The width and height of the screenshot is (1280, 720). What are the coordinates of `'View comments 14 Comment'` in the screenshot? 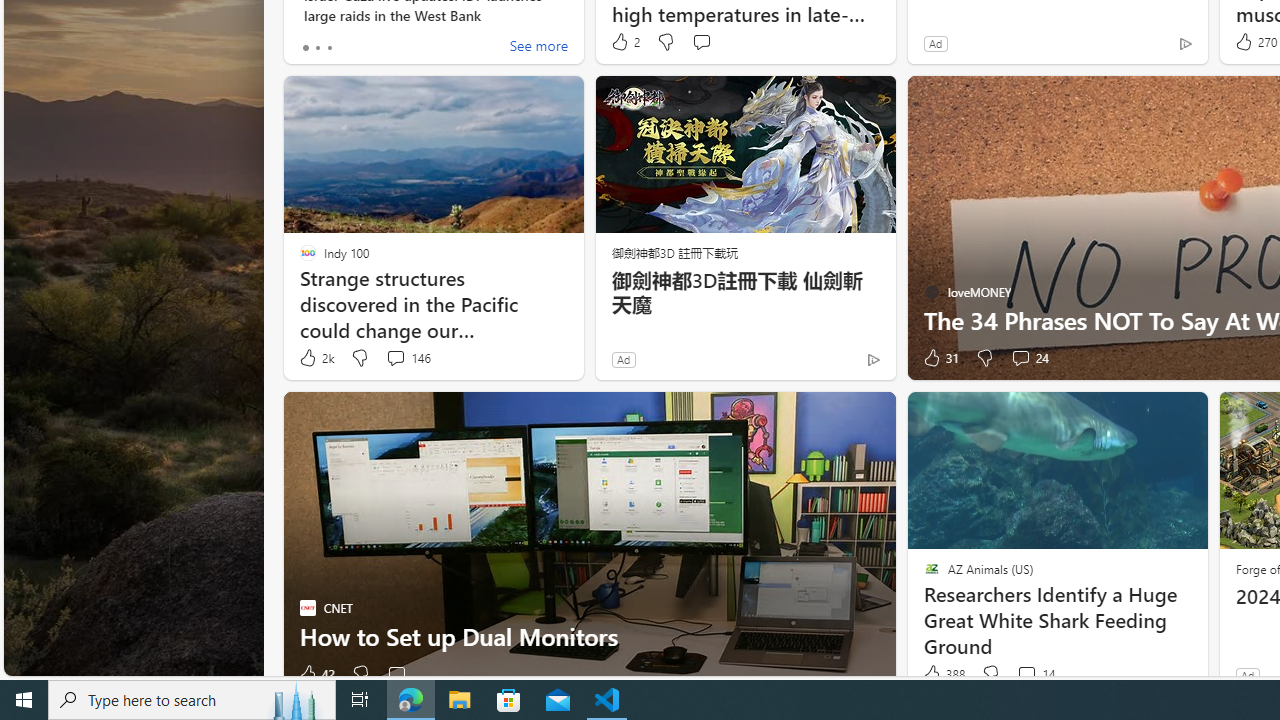 It's located at (1026, 673).